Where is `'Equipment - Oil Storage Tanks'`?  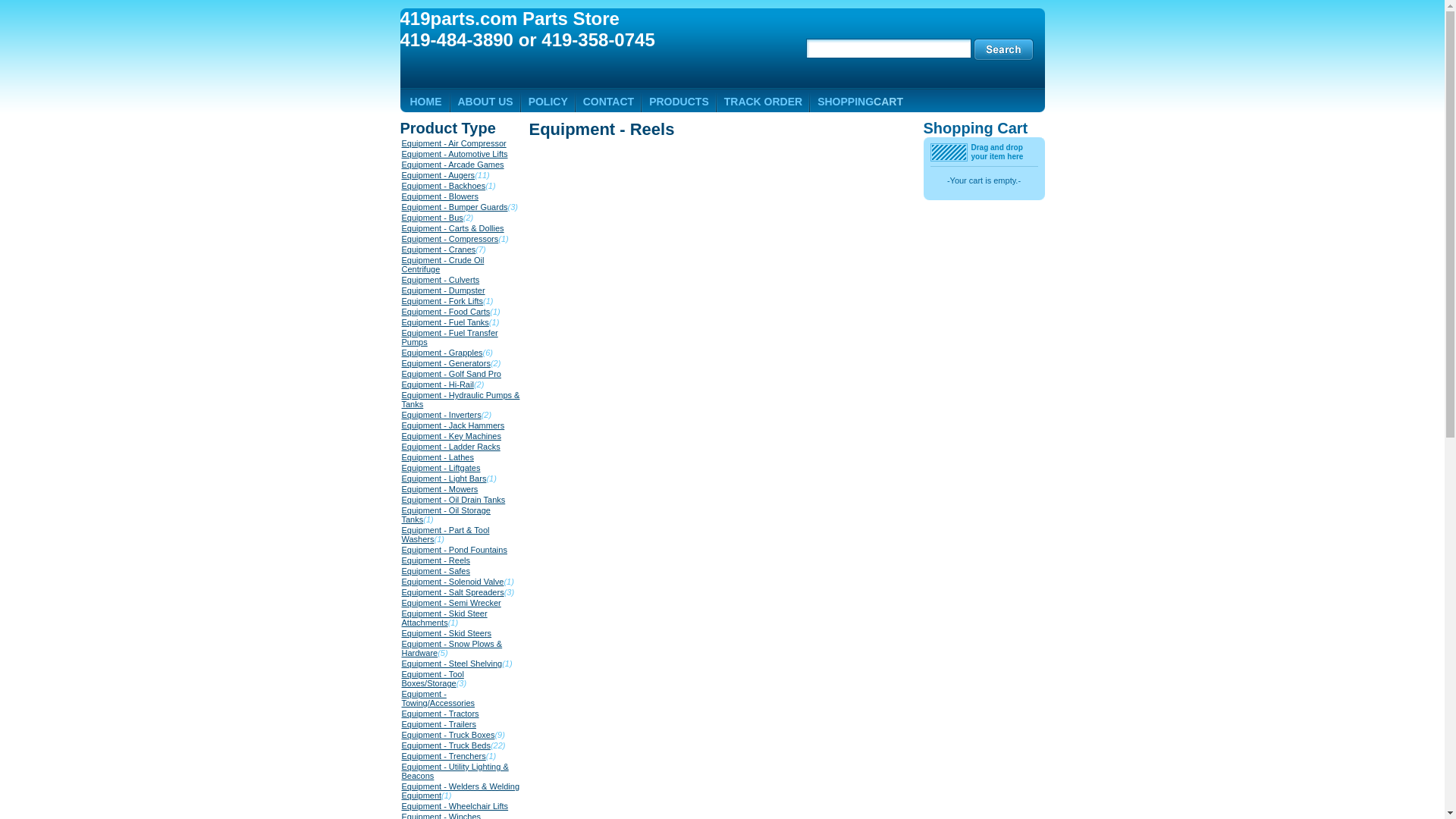
'Equipment - Oil Storage Tanks' is located at coordinates (445, 513).